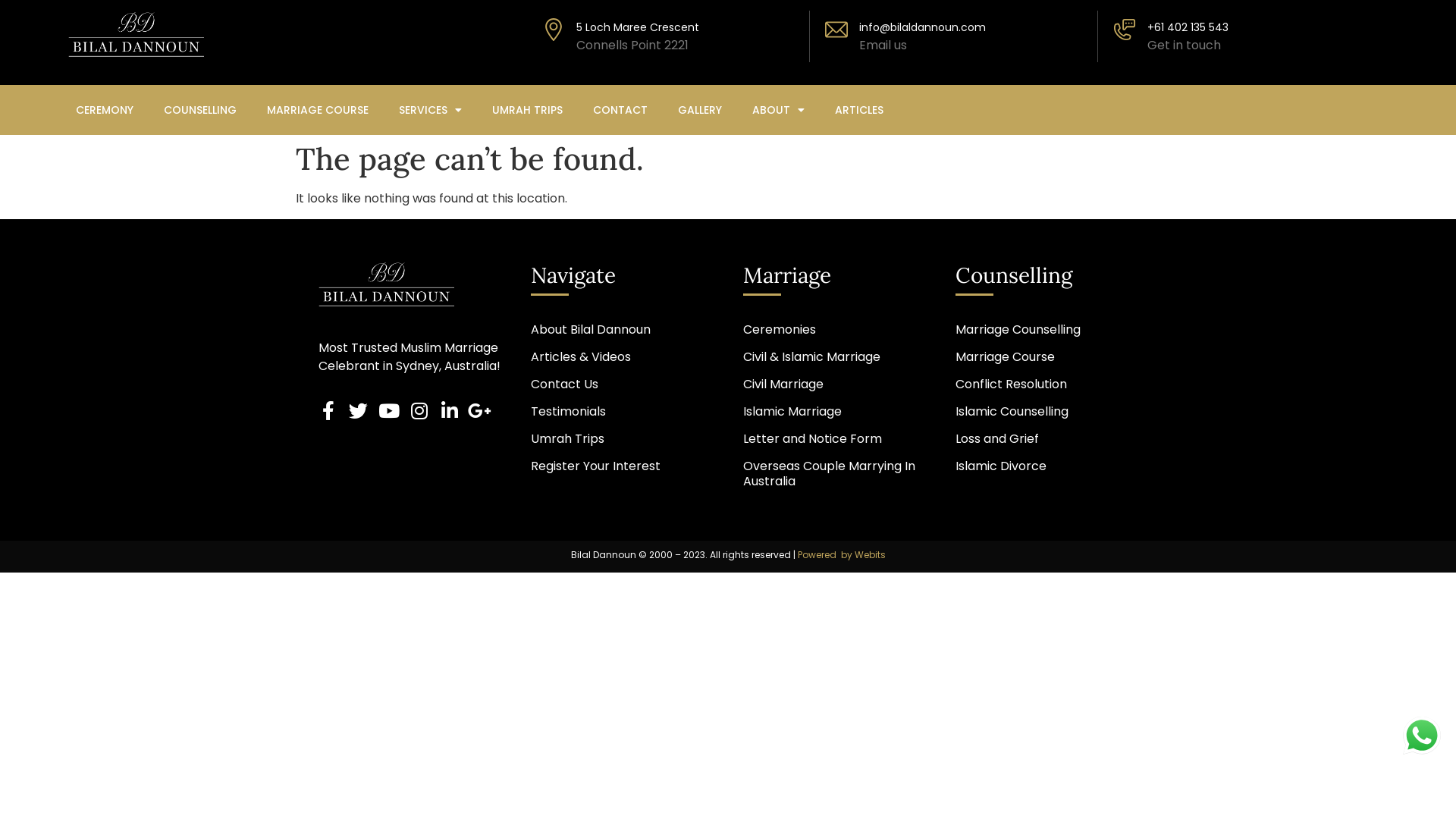 The image size is (1456, 819). I want to click on 'CEREMONY', so click(104, 109).